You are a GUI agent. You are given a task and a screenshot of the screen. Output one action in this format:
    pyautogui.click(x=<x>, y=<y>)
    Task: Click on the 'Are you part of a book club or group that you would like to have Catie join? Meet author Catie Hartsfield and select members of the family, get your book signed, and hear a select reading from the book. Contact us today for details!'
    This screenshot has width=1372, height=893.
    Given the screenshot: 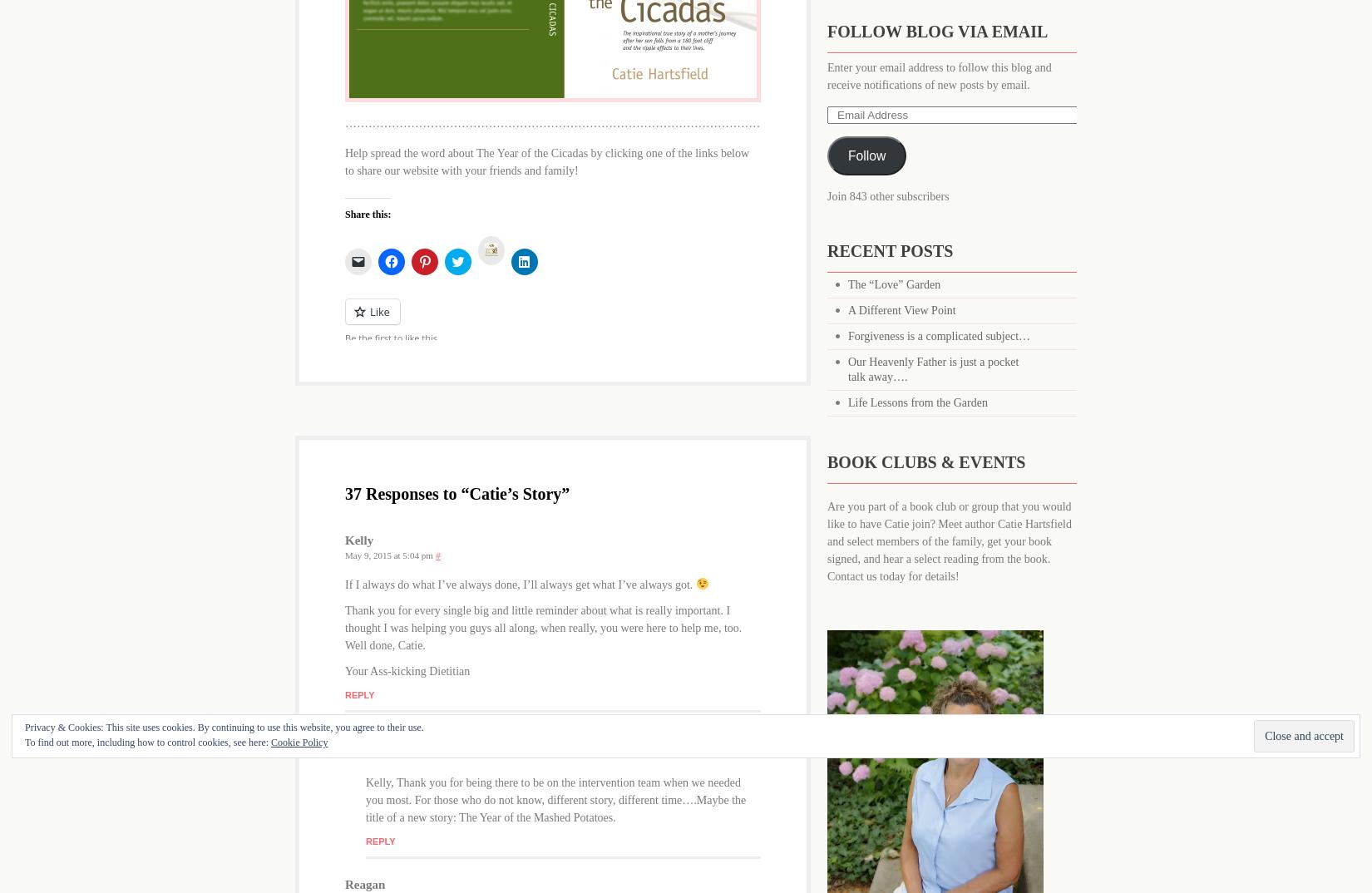 What is the action you would take?
    pyautogui.click(x=949, y=540)
    